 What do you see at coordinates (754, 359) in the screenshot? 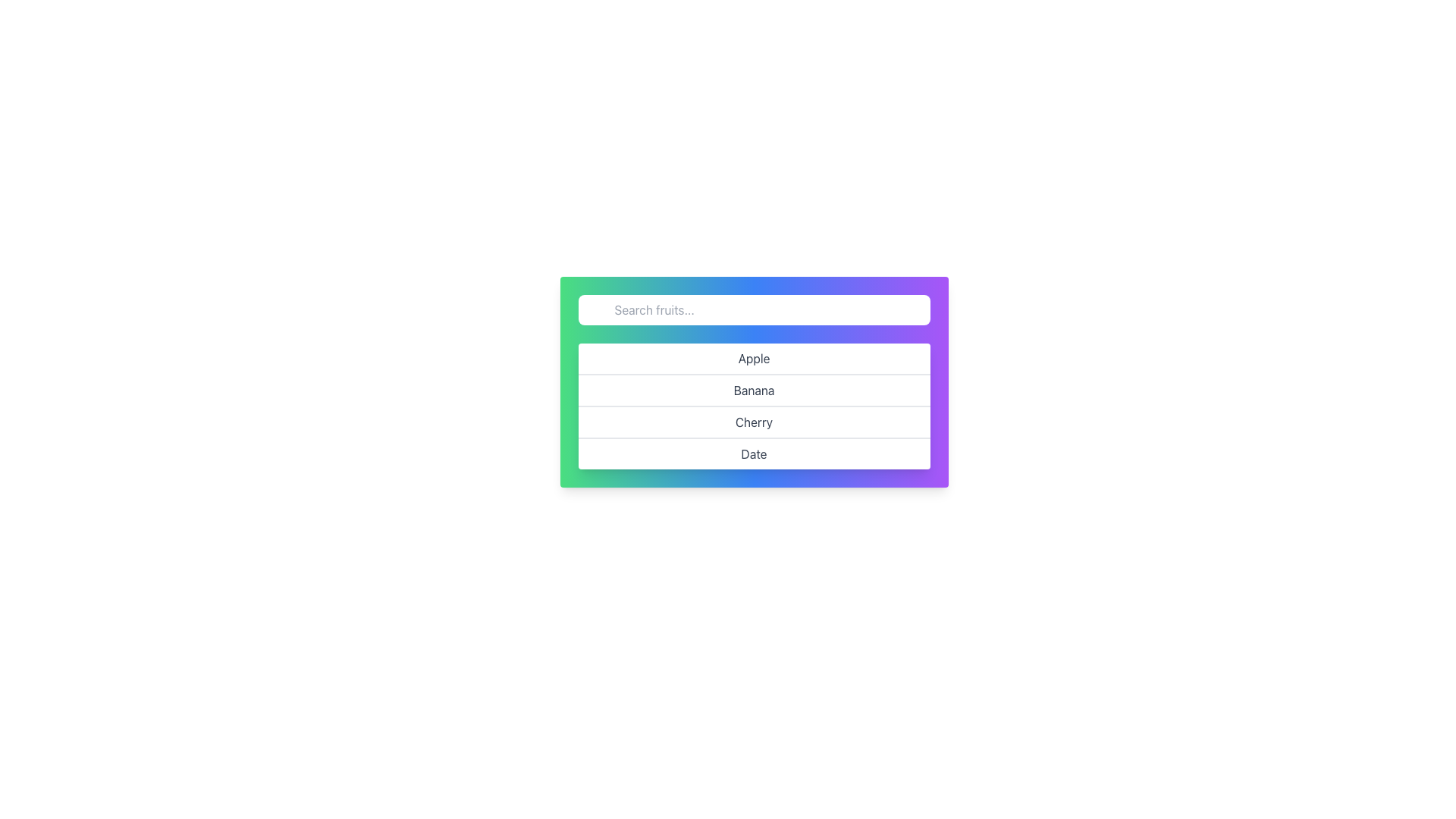
I see `the first item in the vertical list of selectable items, which is a text label located above 'Banana', 'Cherry', and 'Date'` at bounding box center [754, 359].